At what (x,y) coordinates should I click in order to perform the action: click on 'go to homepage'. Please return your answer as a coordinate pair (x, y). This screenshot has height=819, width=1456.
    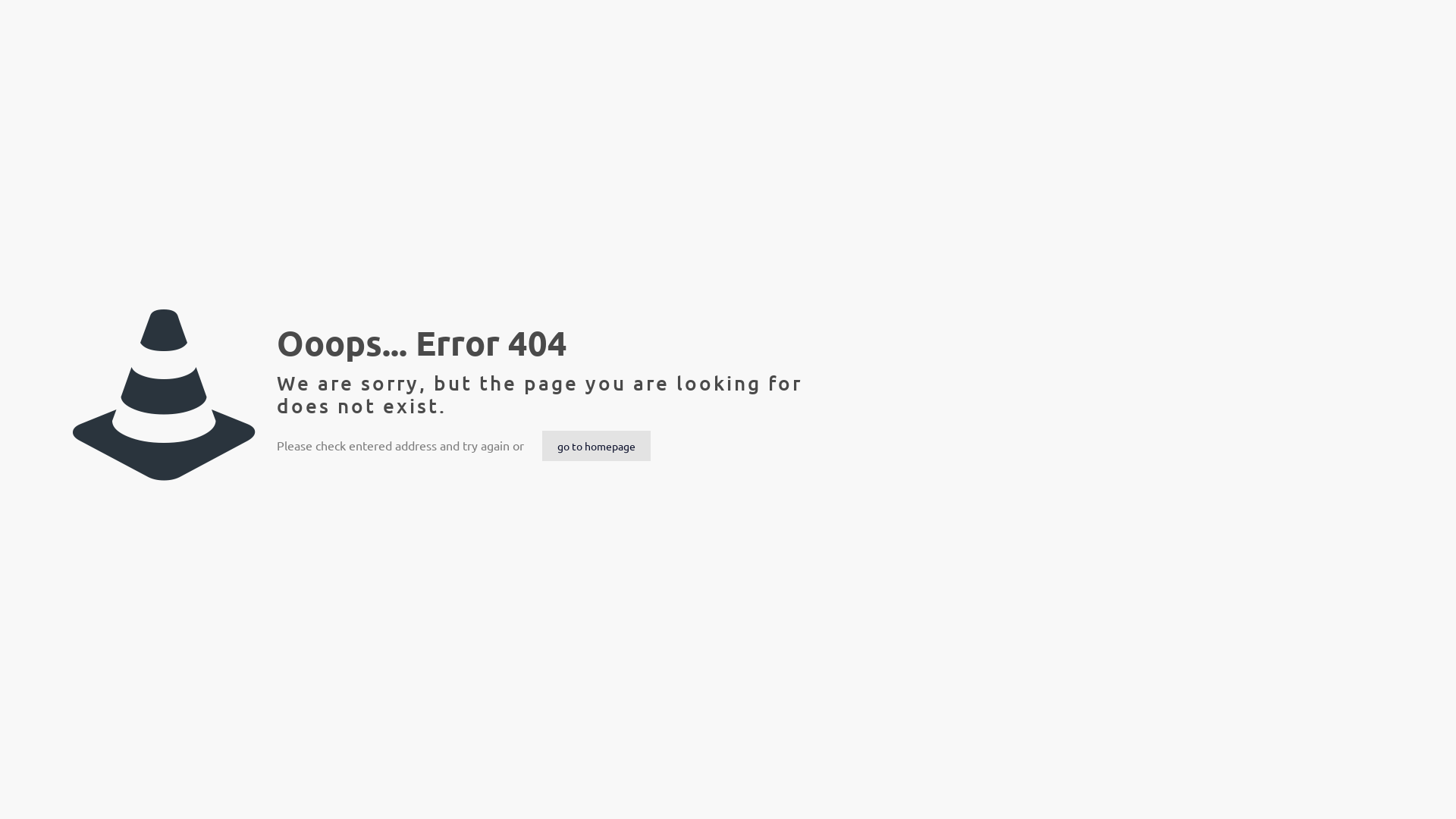
    Looking at the image, I should click on (595, 444).